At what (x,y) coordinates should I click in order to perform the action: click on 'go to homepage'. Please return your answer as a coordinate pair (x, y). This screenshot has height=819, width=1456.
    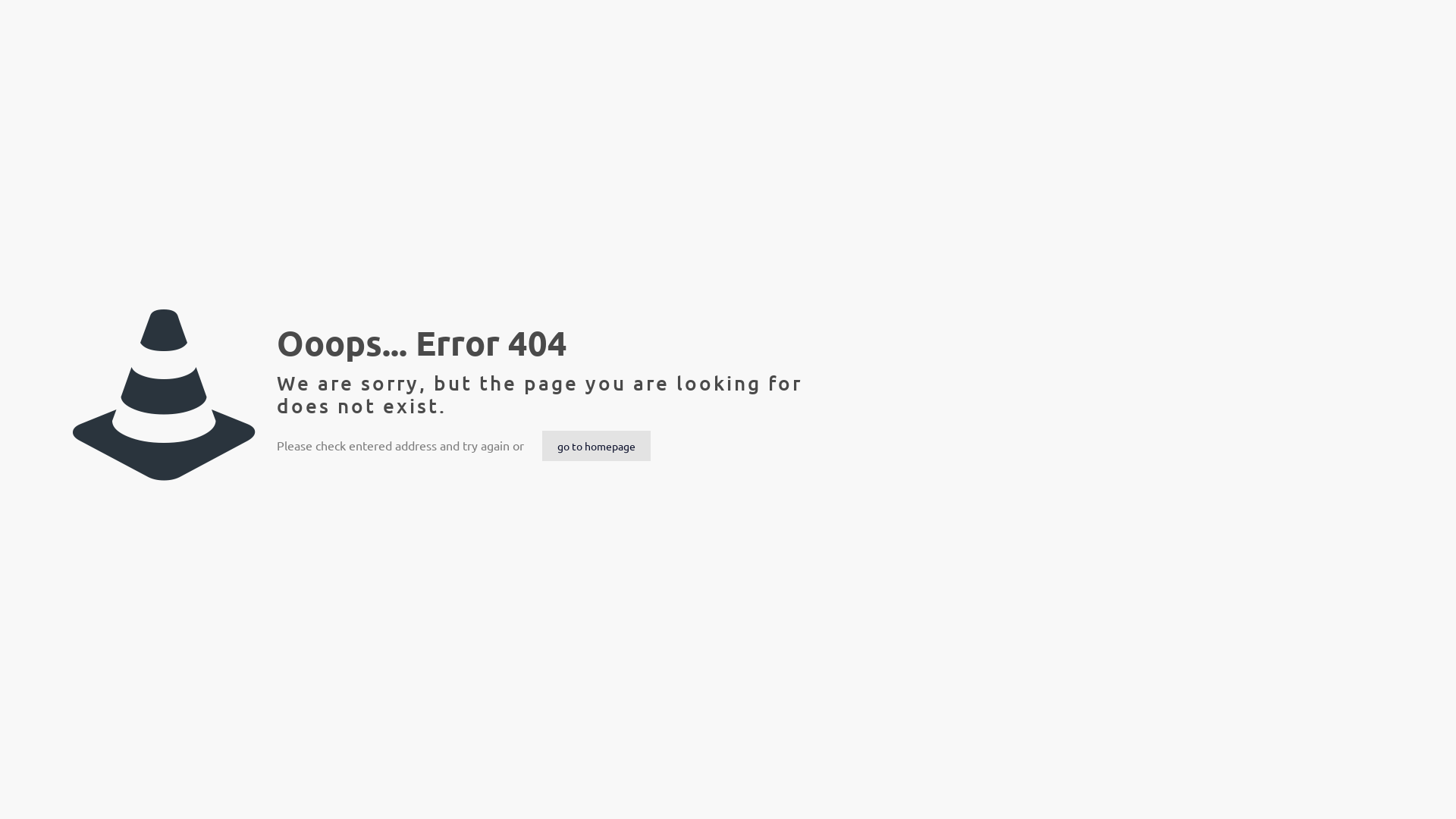
    Looking at the image, I should click on (595, 444).